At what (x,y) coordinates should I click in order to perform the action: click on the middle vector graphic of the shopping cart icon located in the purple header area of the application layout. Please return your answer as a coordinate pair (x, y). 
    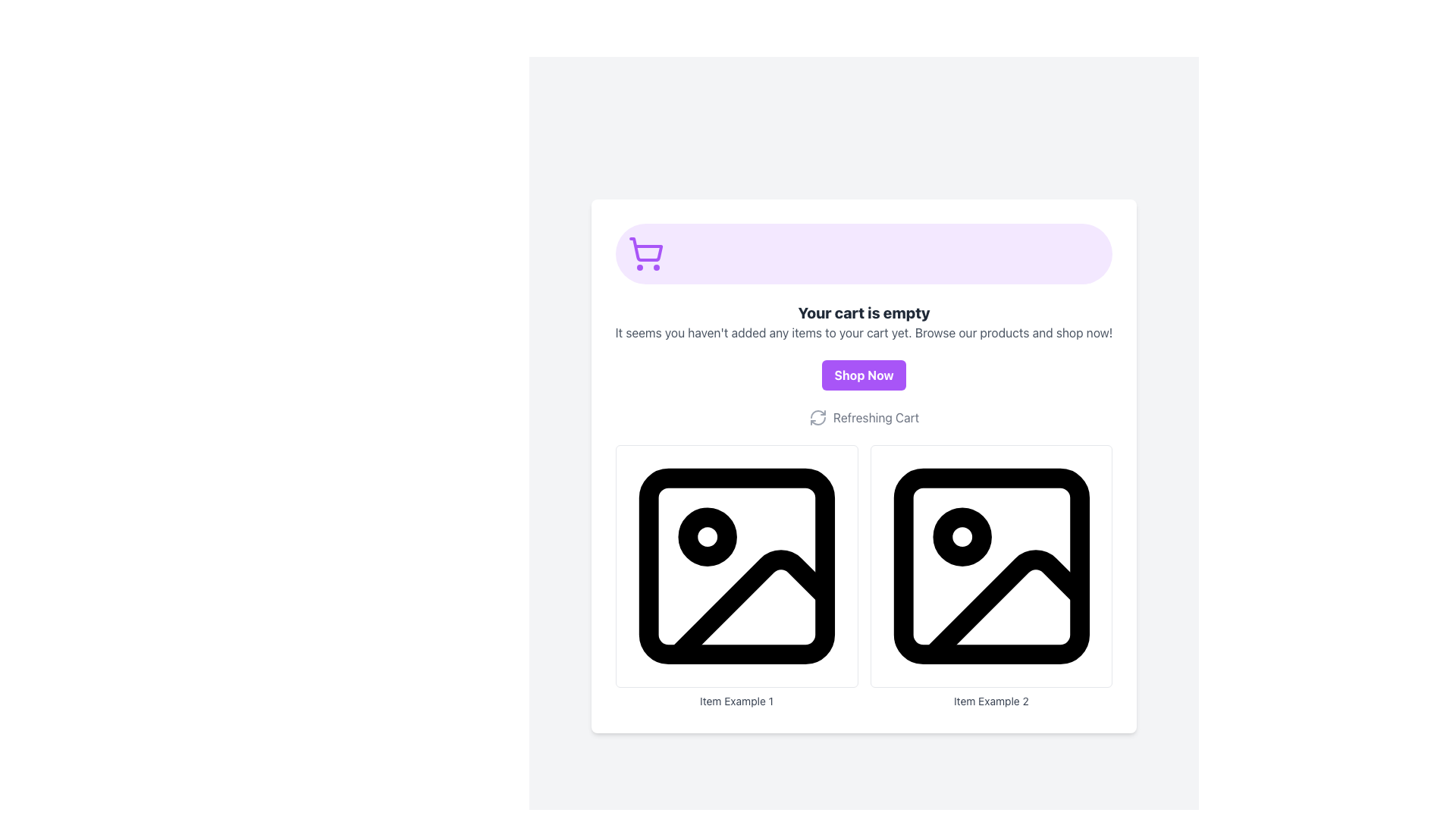
    Looking at the image, I should click on (645, 249).